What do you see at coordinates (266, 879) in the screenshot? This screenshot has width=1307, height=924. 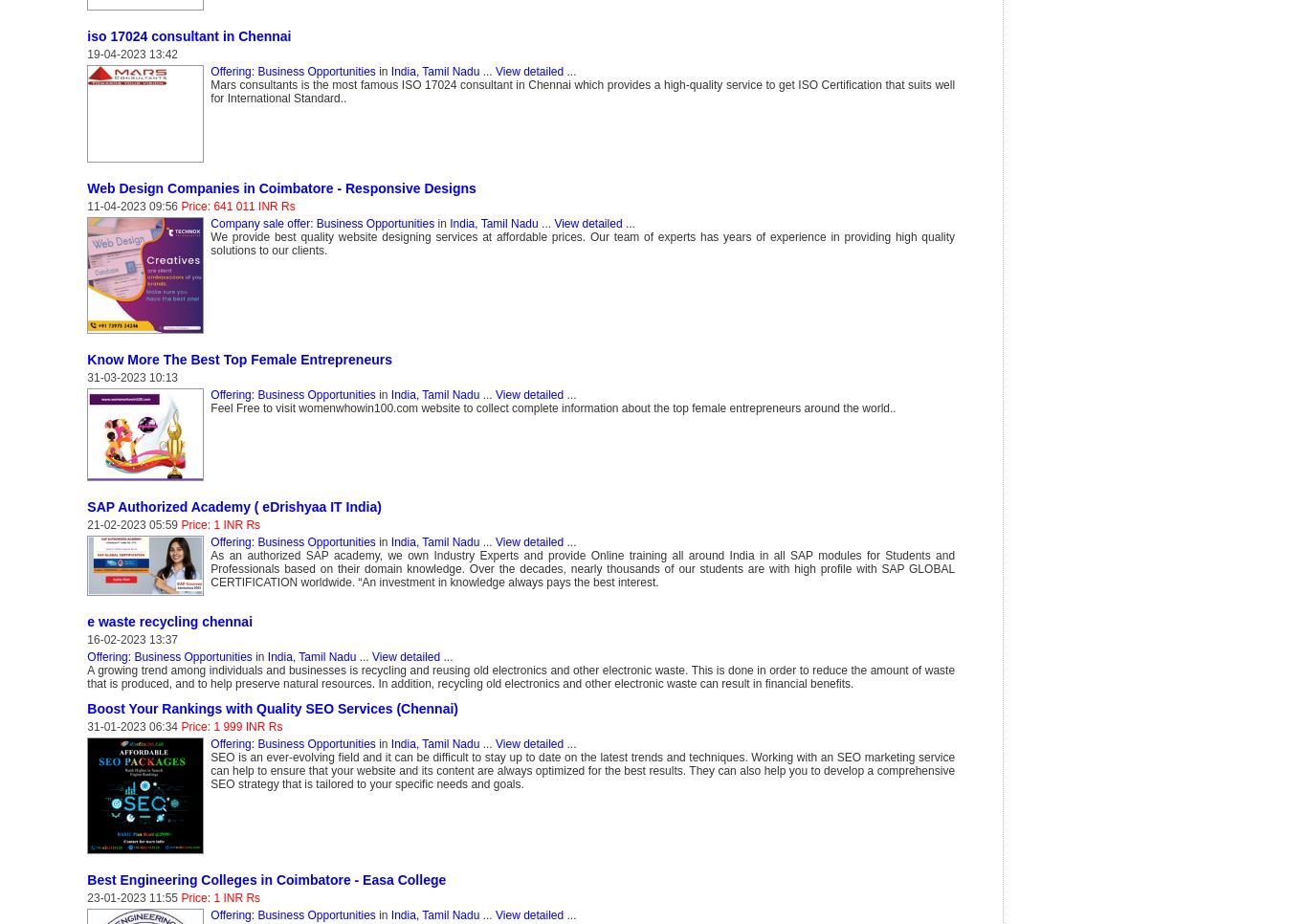 I see `'Best Engineering Colleges in Coimbatore - Easa College'` at bounding box center [266, 879].